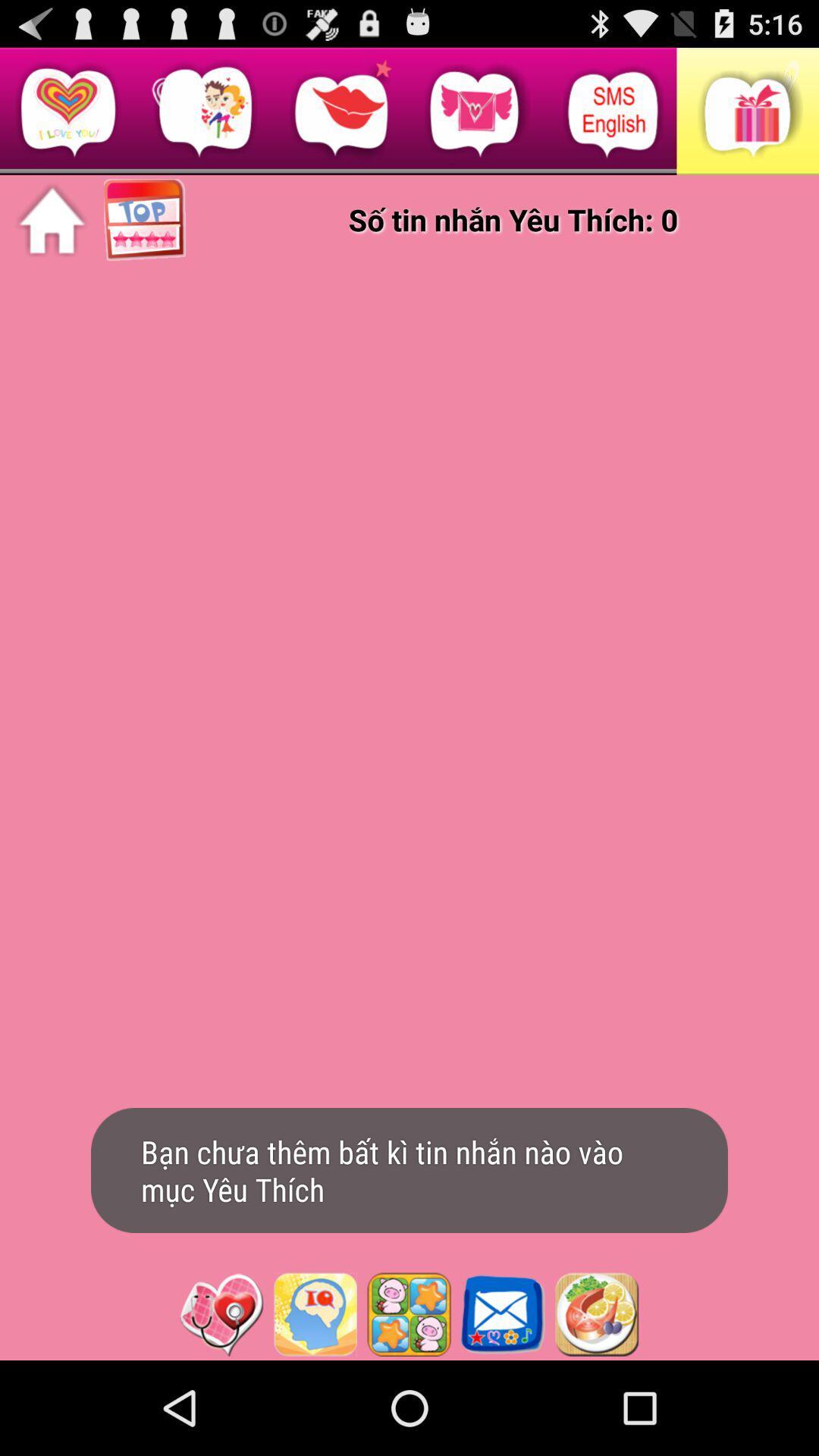 This screenshot has height=1456, width=819. Describe the element at coordinates (503, 1313) in the screenshot. I see `open mail app` at that location.